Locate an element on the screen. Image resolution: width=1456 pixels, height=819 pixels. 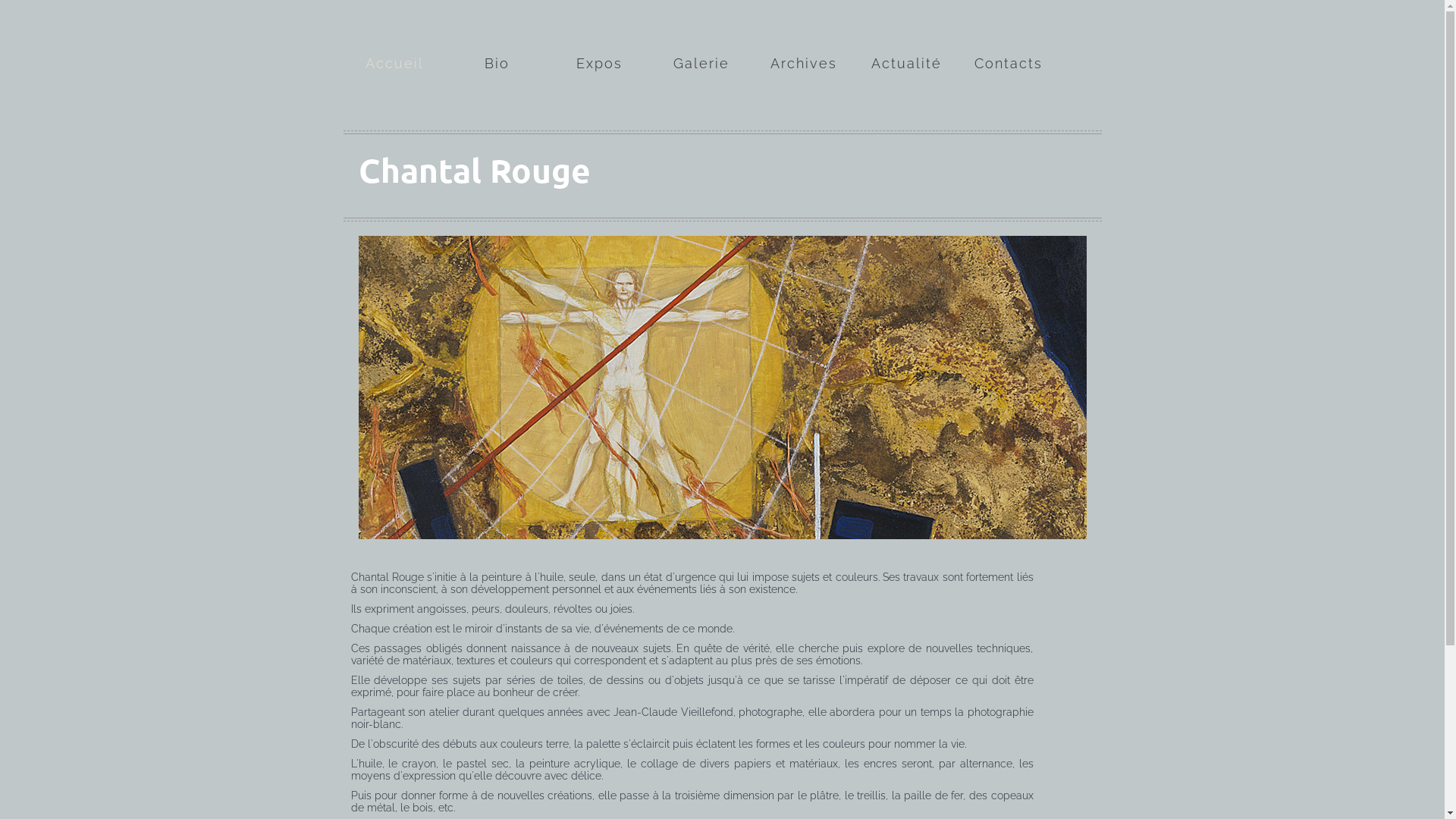
'Chantal Rouge' is located at coordinates (472, 170).